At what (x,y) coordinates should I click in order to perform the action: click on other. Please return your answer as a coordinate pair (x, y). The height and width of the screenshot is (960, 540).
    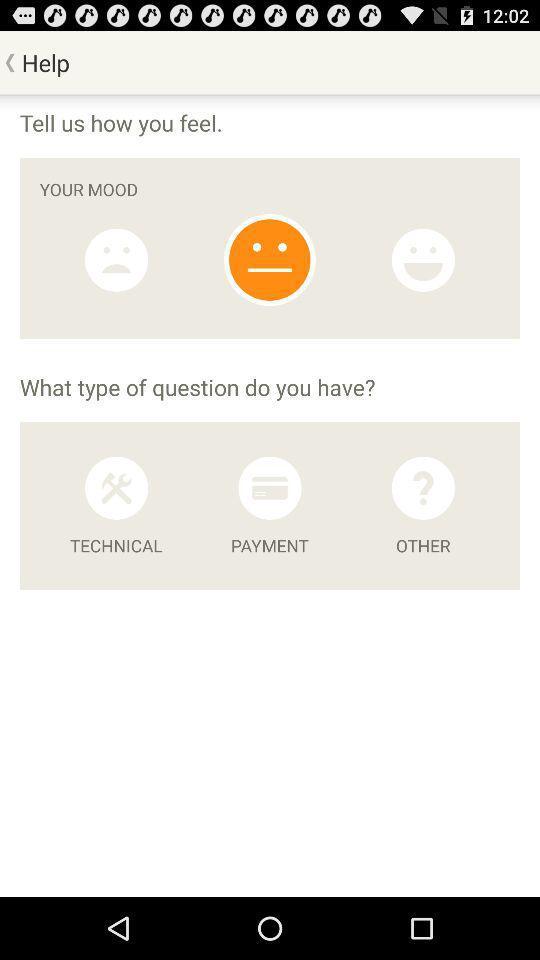
    Looking at the image, I should click on (422, 487).